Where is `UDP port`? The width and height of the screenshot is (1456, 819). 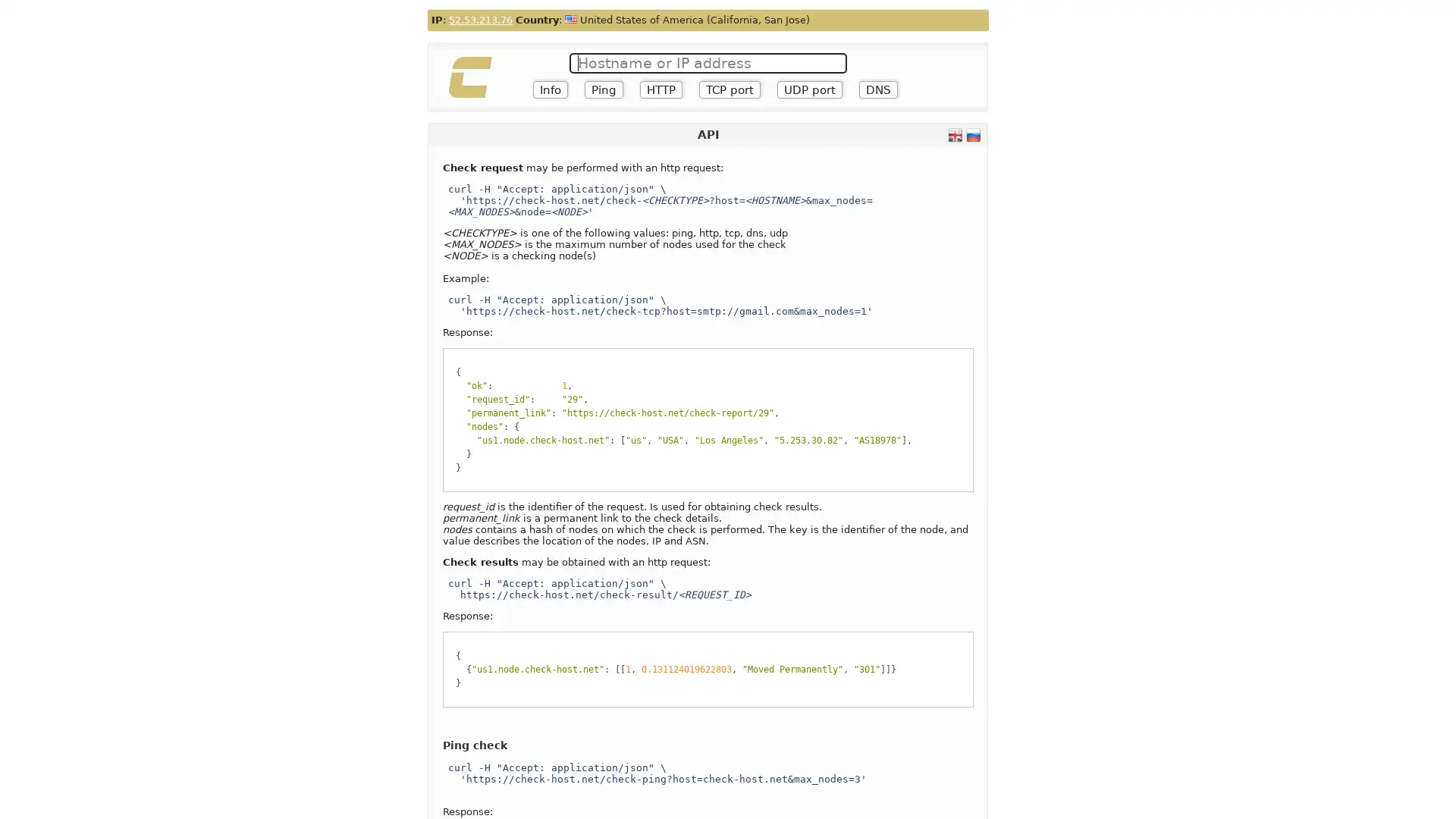
UDP port is located at coordinates (808, 89).